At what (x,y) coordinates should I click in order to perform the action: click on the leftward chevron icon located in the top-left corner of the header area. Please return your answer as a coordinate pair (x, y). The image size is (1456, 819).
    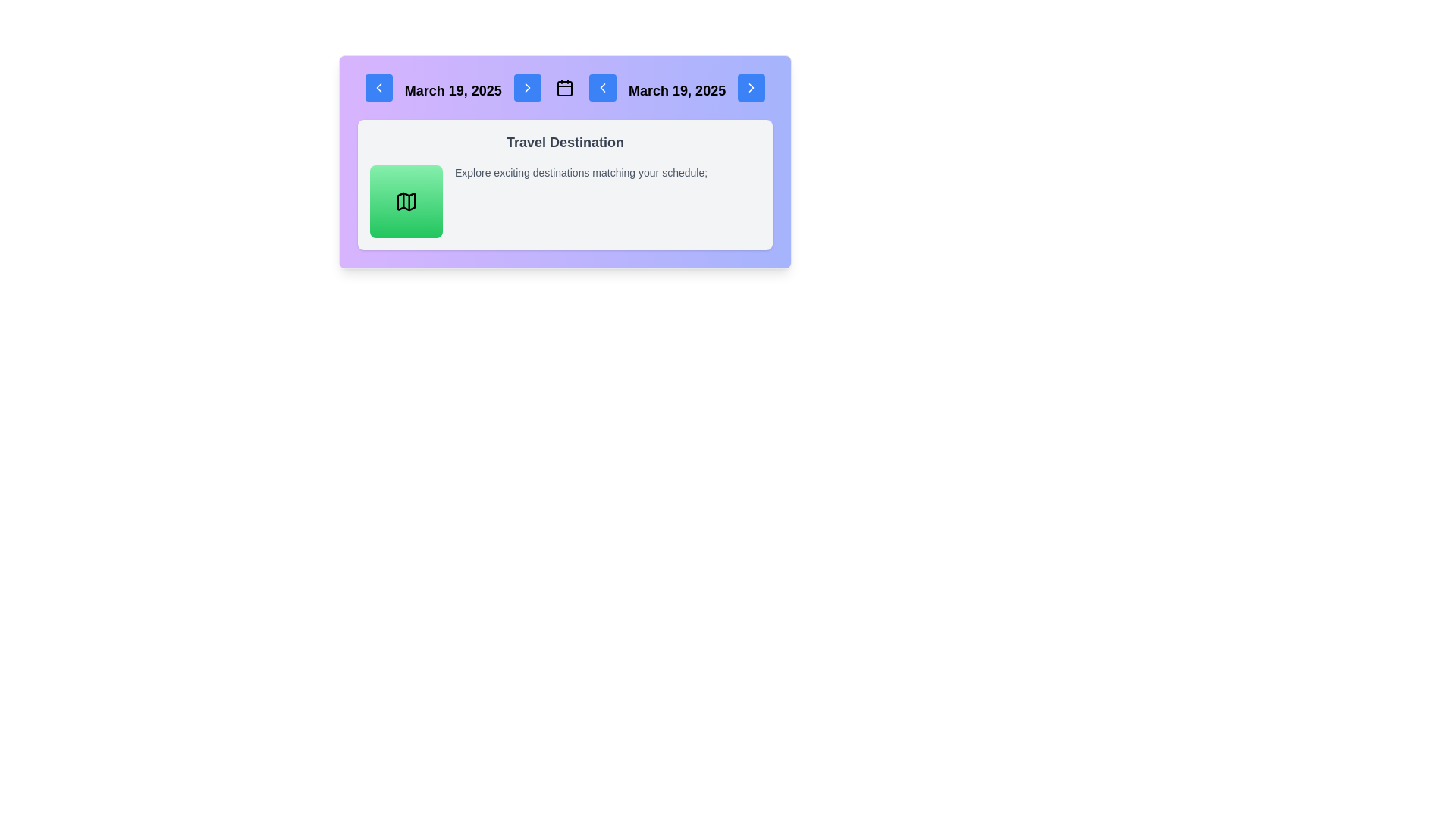
    Looking at the image, I should click on (602, 87).